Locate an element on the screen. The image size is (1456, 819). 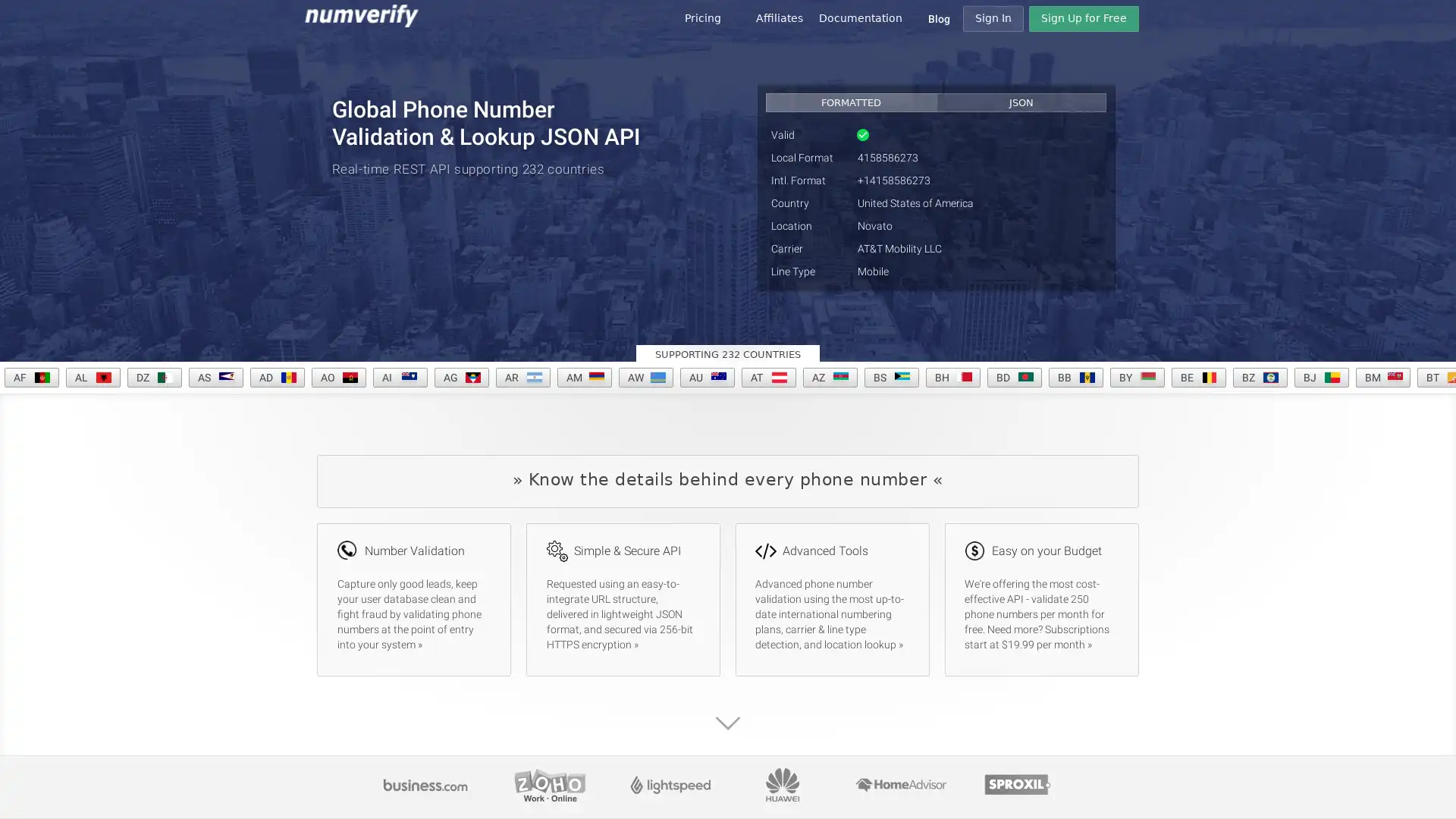
JSON is located at coordinates (1020, 102).